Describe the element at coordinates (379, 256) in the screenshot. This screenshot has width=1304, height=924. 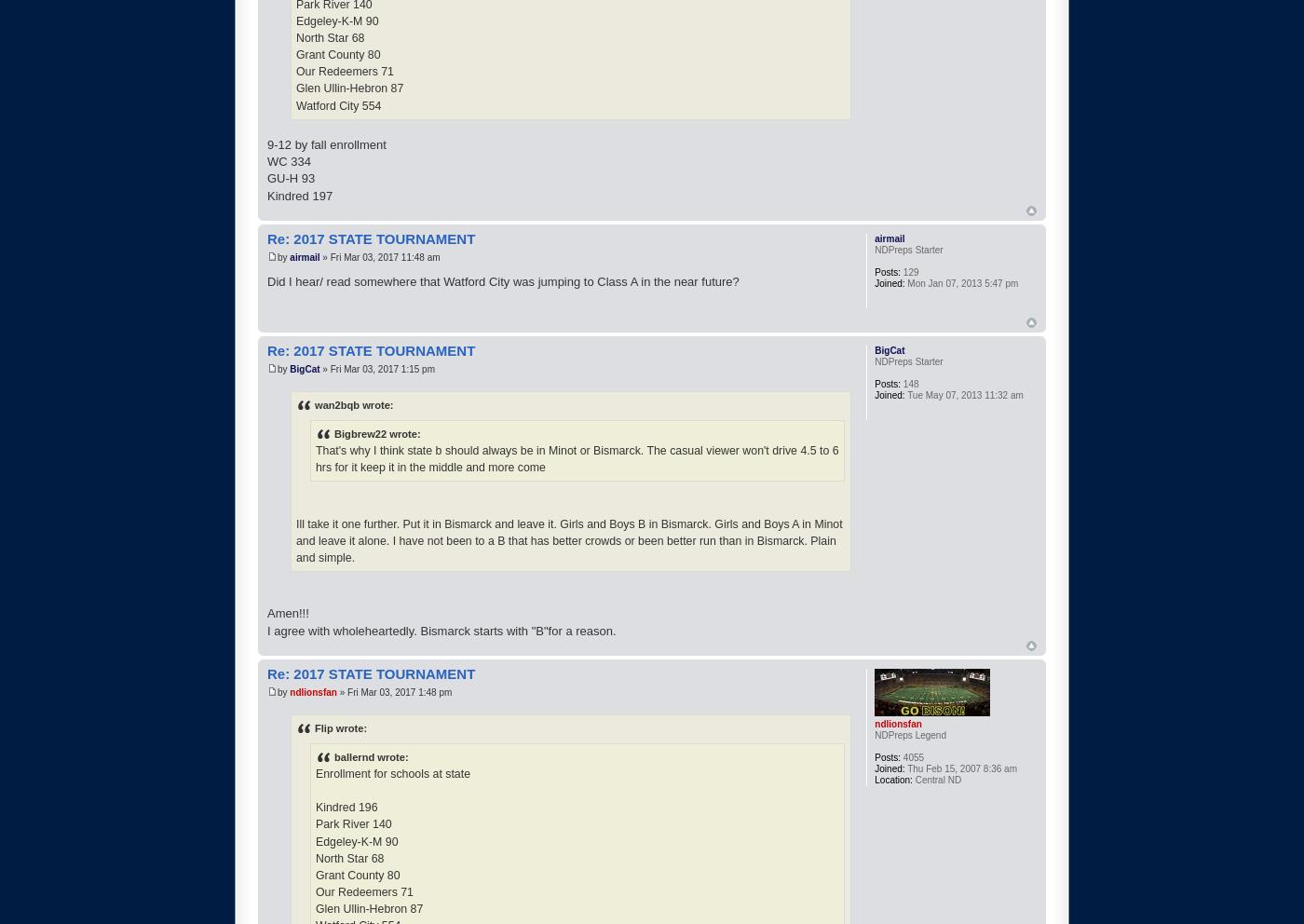
I see `'» Fri Mar 03, 2017 11:48 am'` at that location.